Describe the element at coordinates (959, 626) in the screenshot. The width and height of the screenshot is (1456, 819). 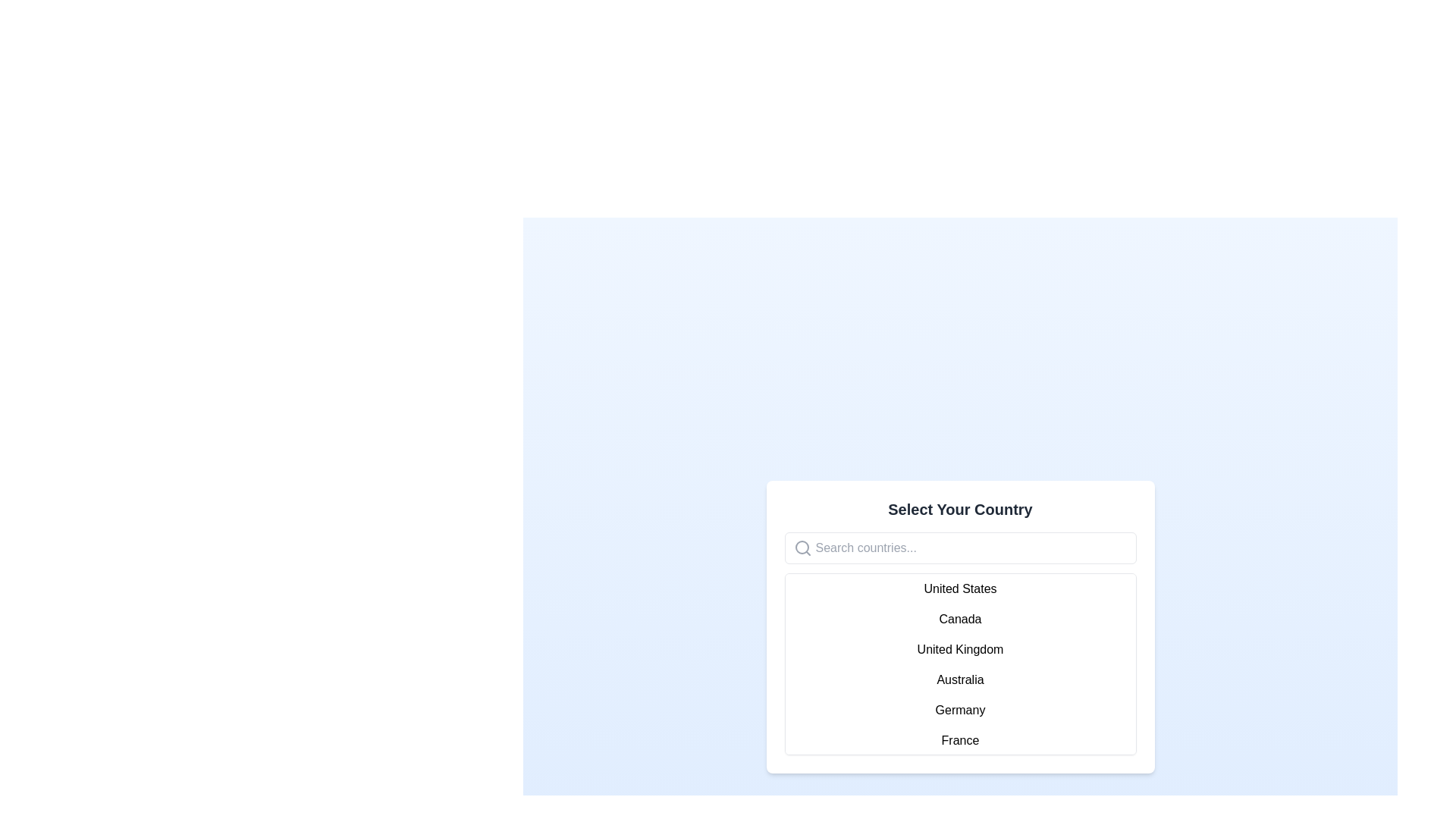
I see `the list item representing 'Canada' in the dropdown menu` at that location.